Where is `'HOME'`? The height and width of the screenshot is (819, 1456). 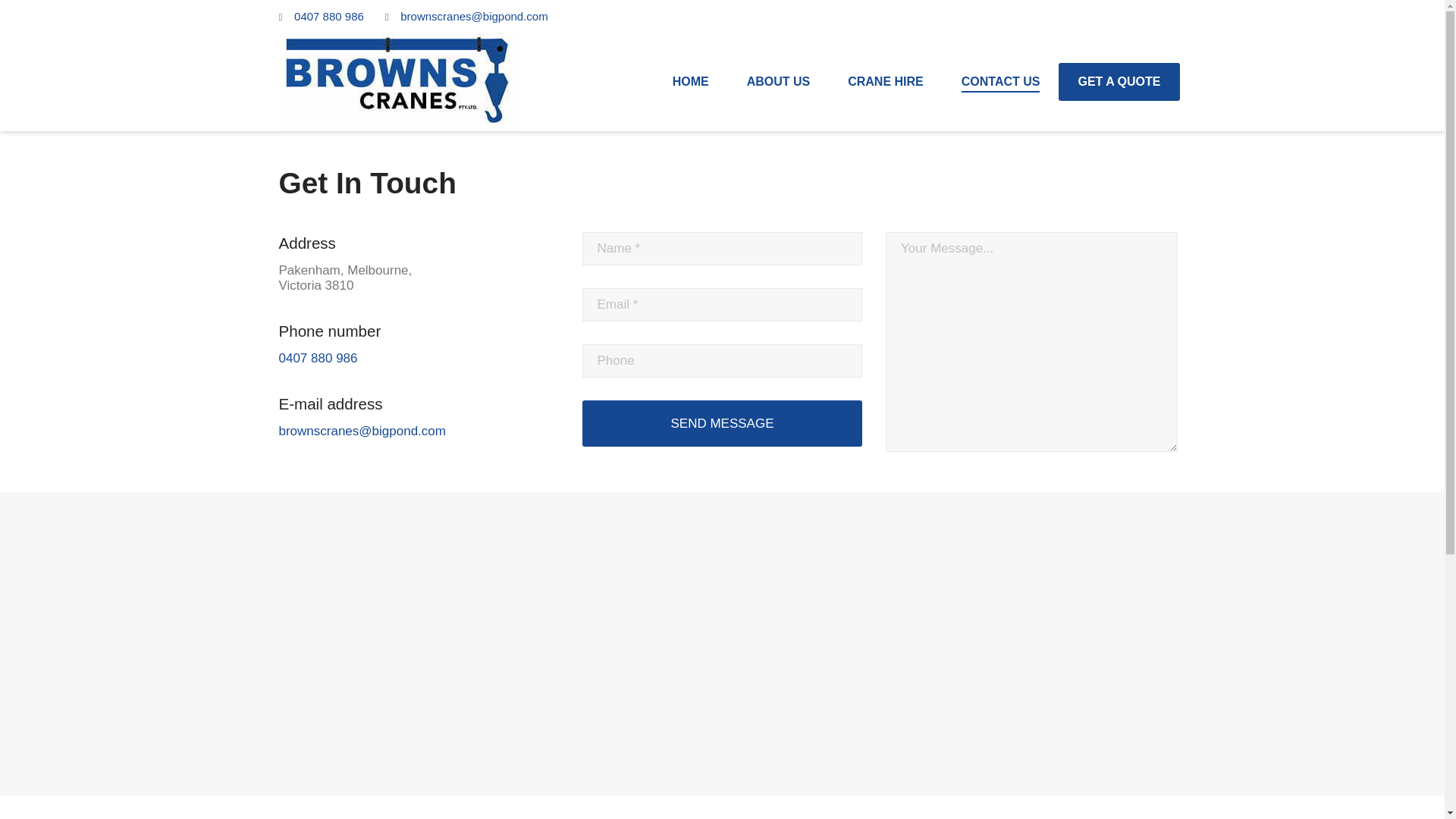 'HOME' is located at coordinates (690, 82).